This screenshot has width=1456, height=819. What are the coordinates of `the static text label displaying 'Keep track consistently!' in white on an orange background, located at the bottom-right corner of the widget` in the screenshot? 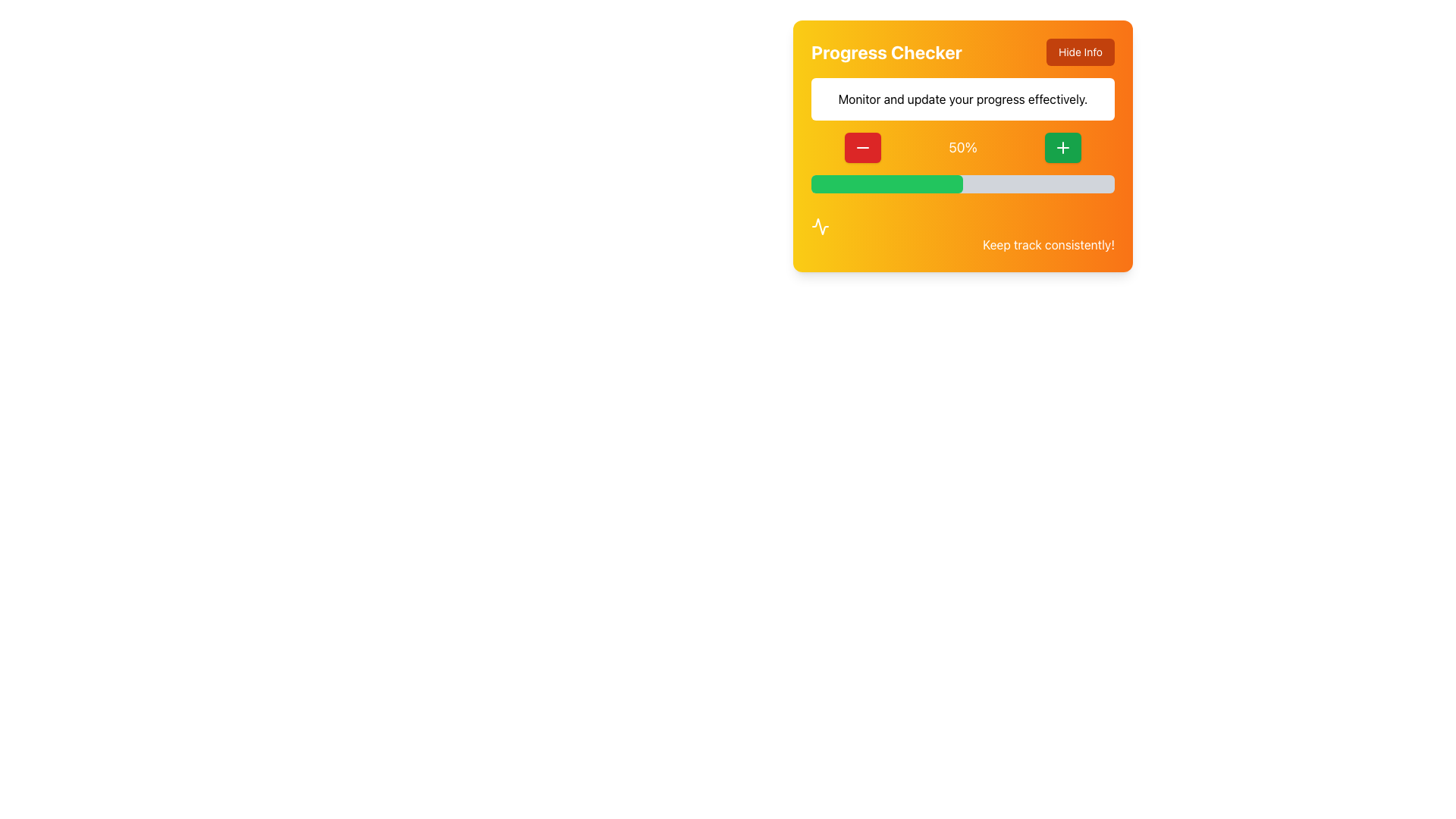 It's located at (1047, 244).